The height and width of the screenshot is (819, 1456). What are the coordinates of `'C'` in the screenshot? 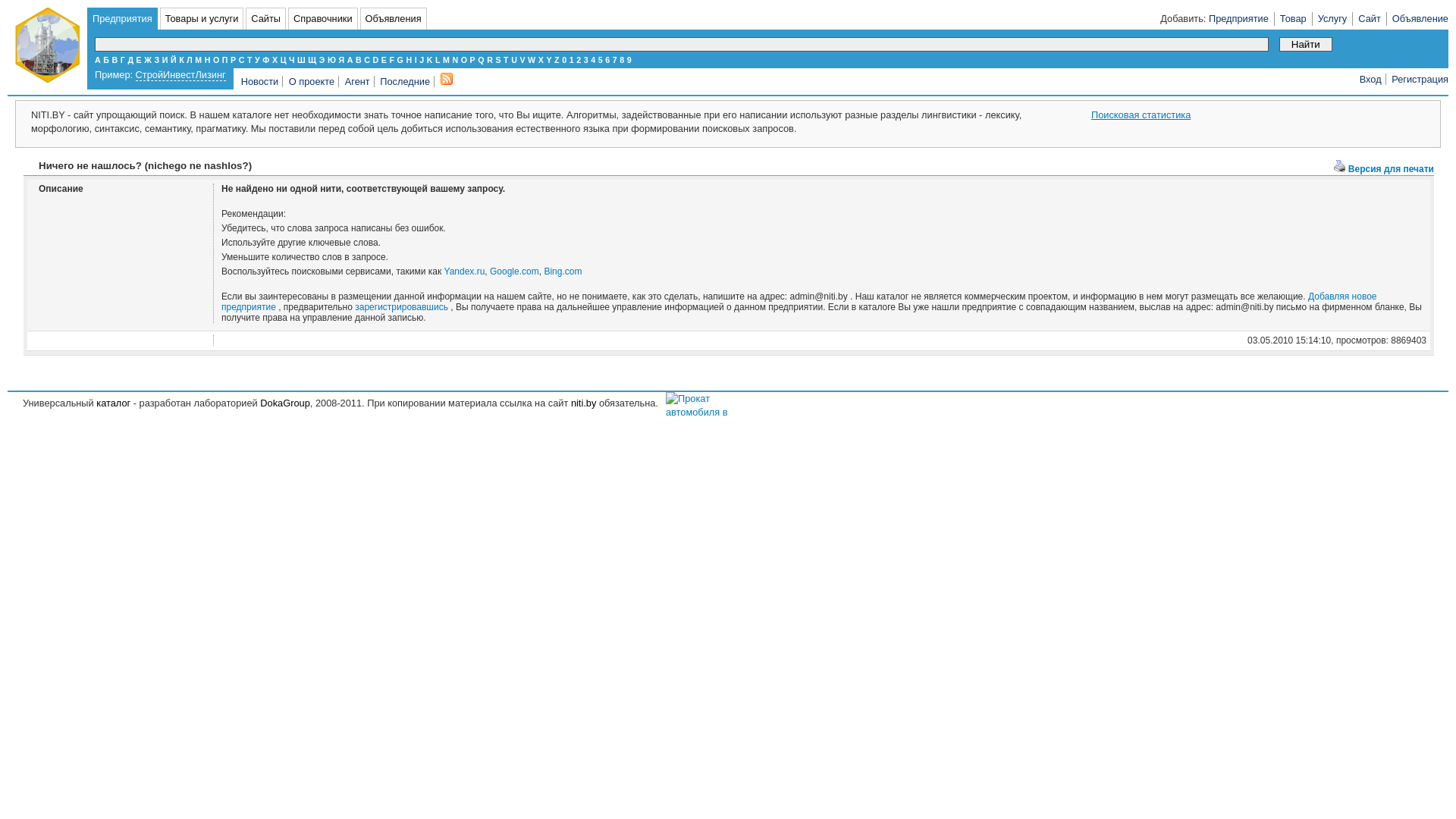 It's located at (367, 58).